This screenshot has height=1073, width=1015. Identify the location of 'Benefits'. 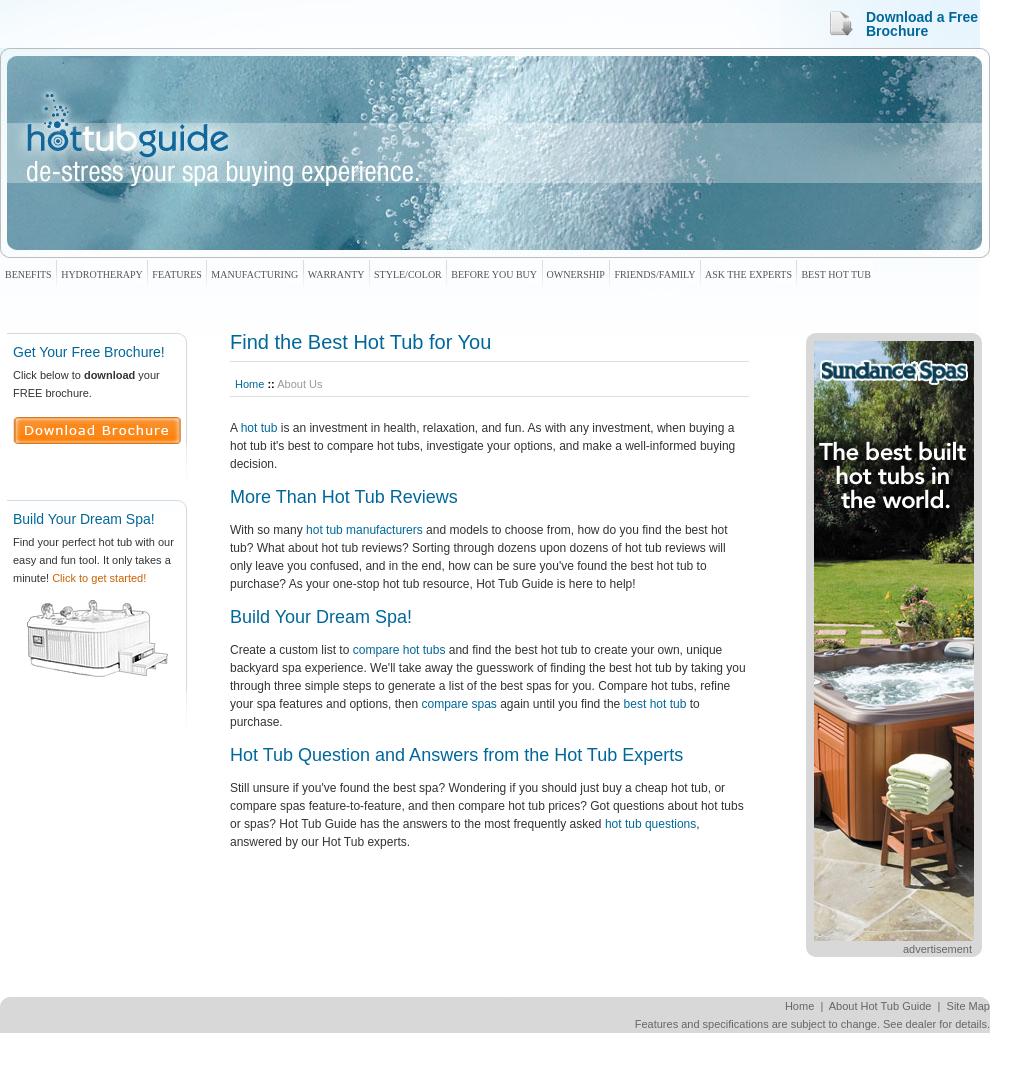
(27, 273).